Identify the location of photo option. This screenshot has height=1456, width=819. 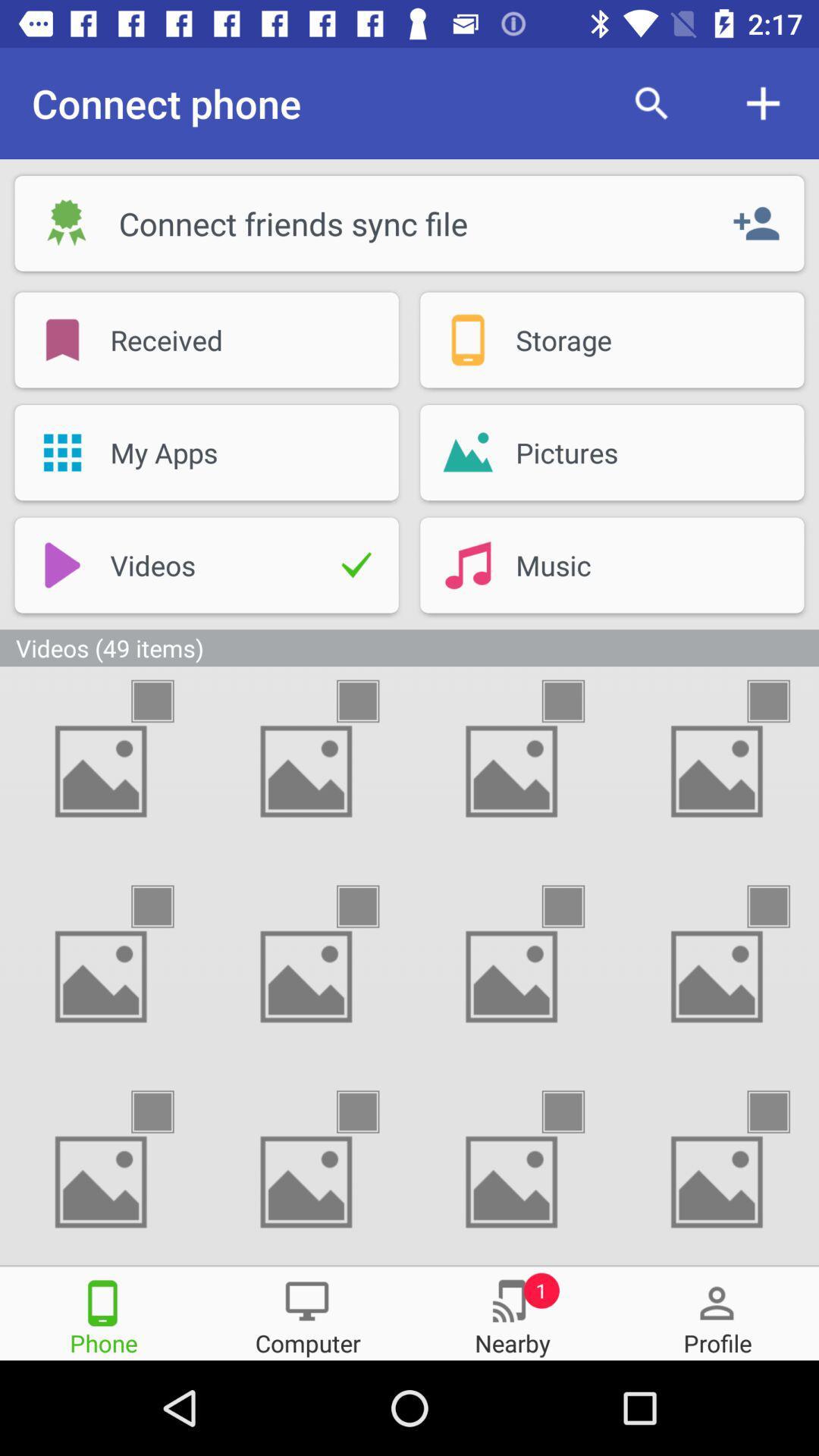
(166, 1112).